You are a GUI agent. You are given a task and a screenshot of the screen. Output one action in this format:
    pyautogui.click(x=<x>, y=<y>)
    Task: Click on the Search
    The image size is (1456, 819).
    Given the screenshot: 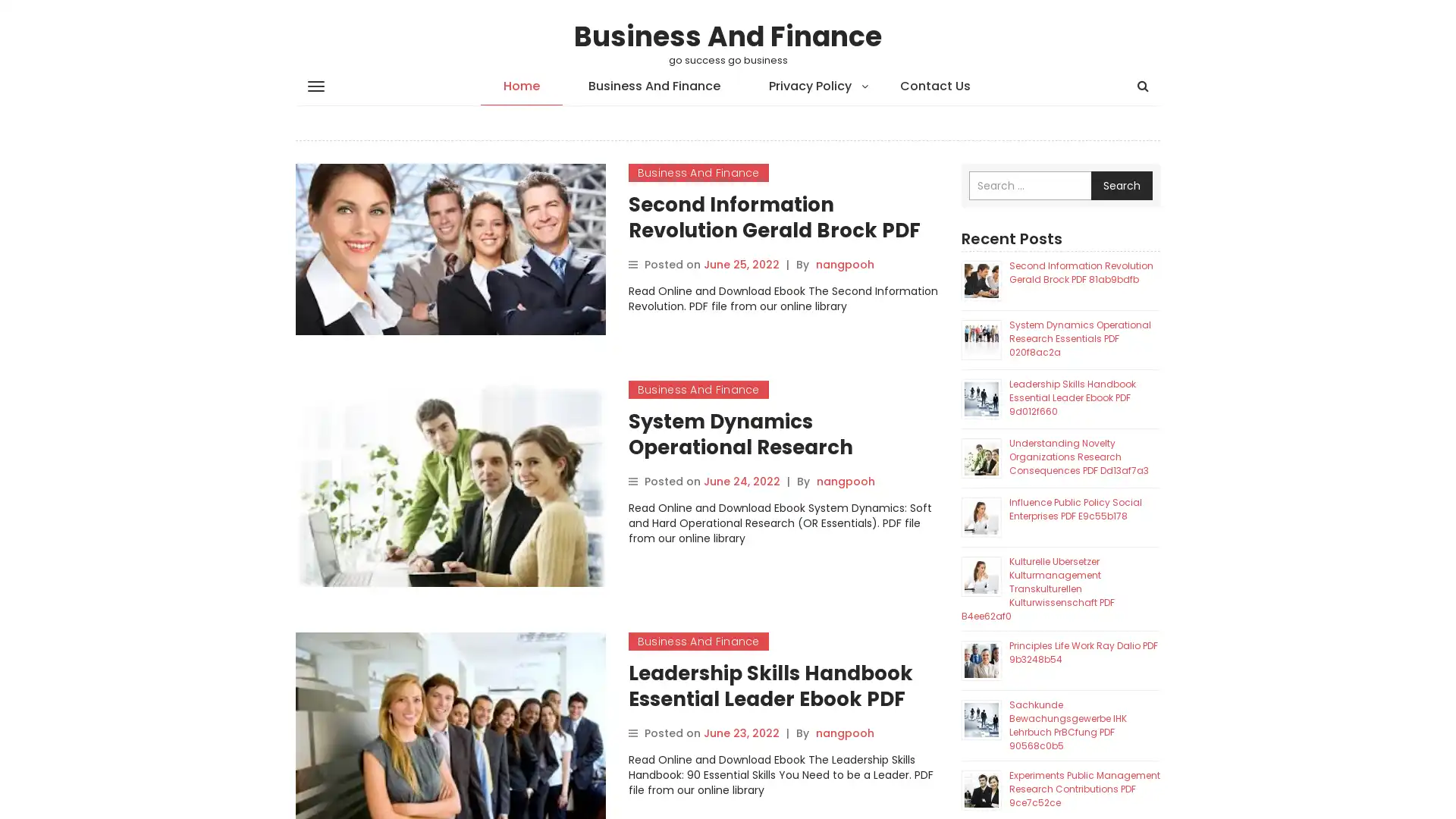 What is the action you would take?
    pyautogui.click(x=1122, y=185)
    